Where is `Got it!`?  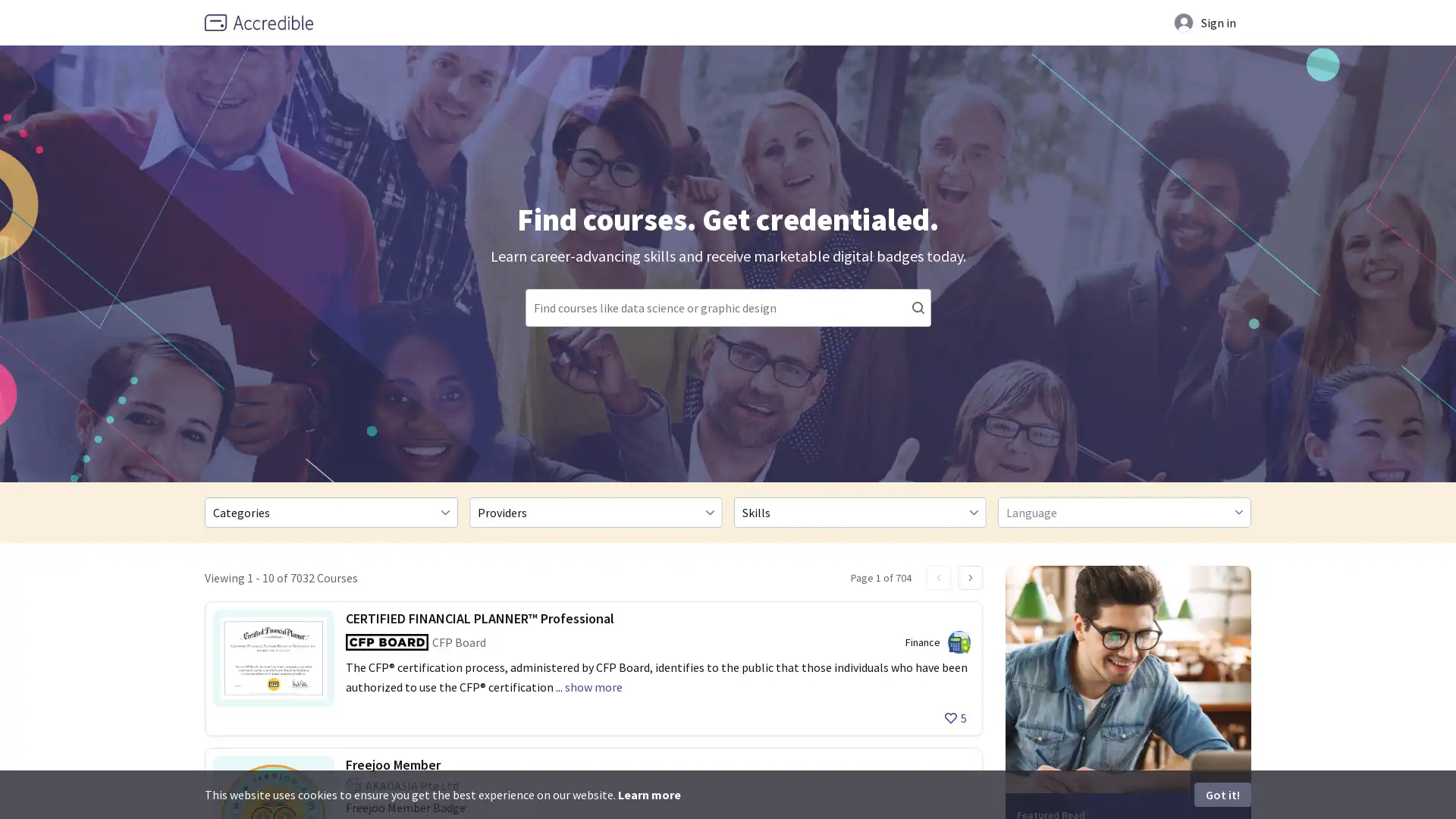 Got it! is located at coordinates (1222, 794).